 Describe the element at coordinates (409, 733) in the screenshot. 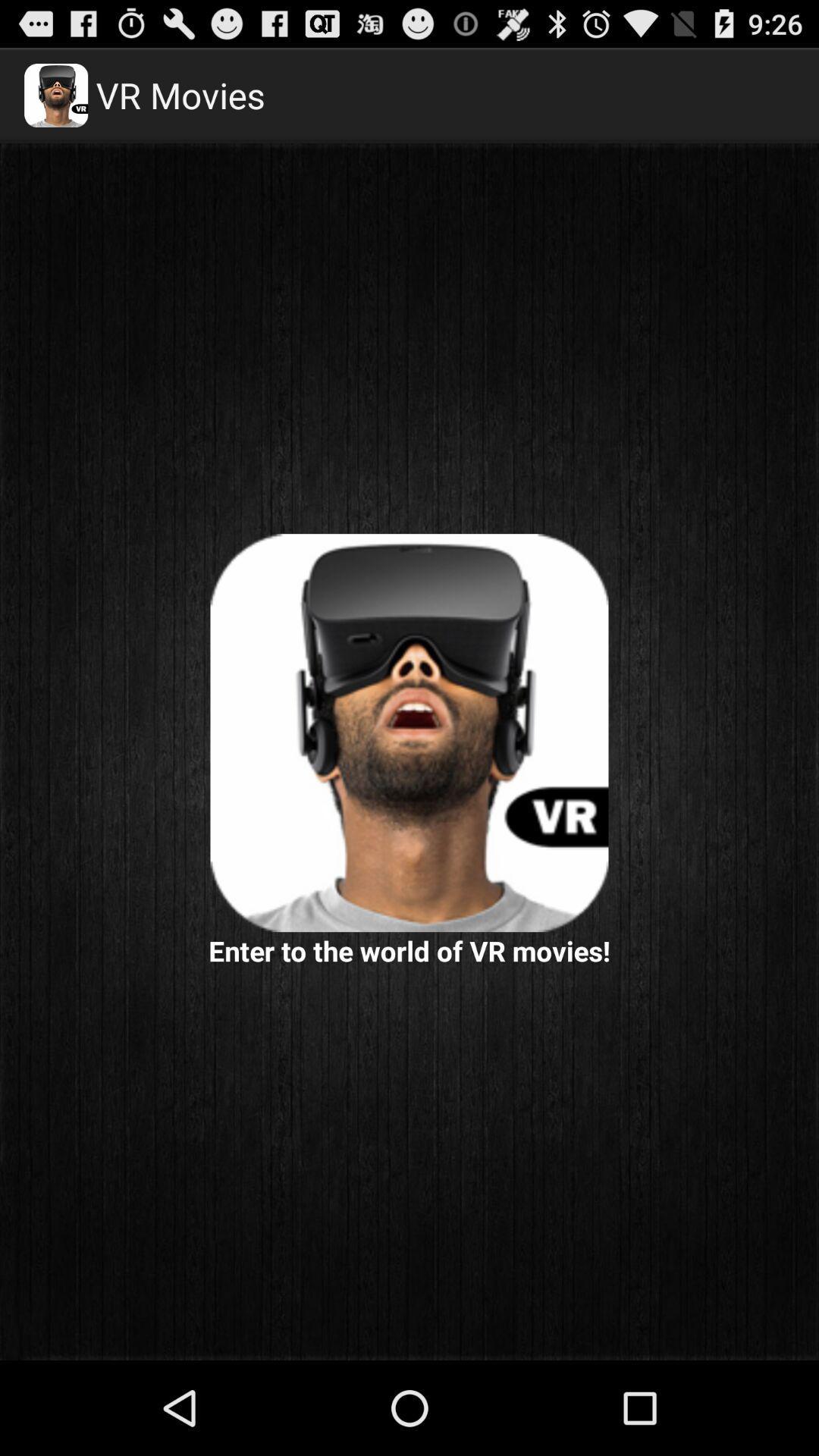

I see `the app above the enter to the app` at that location.